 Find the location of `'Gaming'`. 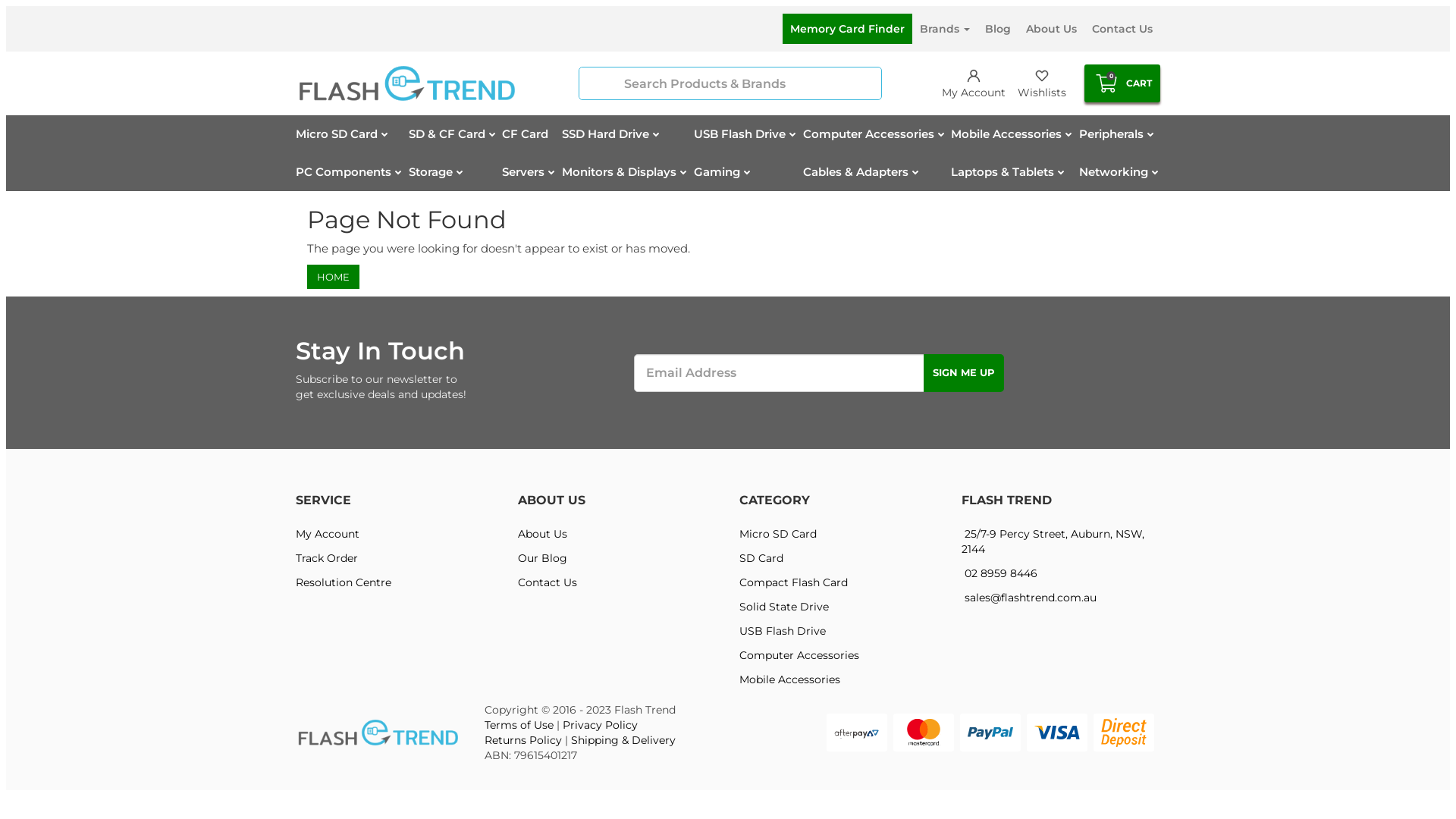

'Gaming' is located at coordinates (722, 171).